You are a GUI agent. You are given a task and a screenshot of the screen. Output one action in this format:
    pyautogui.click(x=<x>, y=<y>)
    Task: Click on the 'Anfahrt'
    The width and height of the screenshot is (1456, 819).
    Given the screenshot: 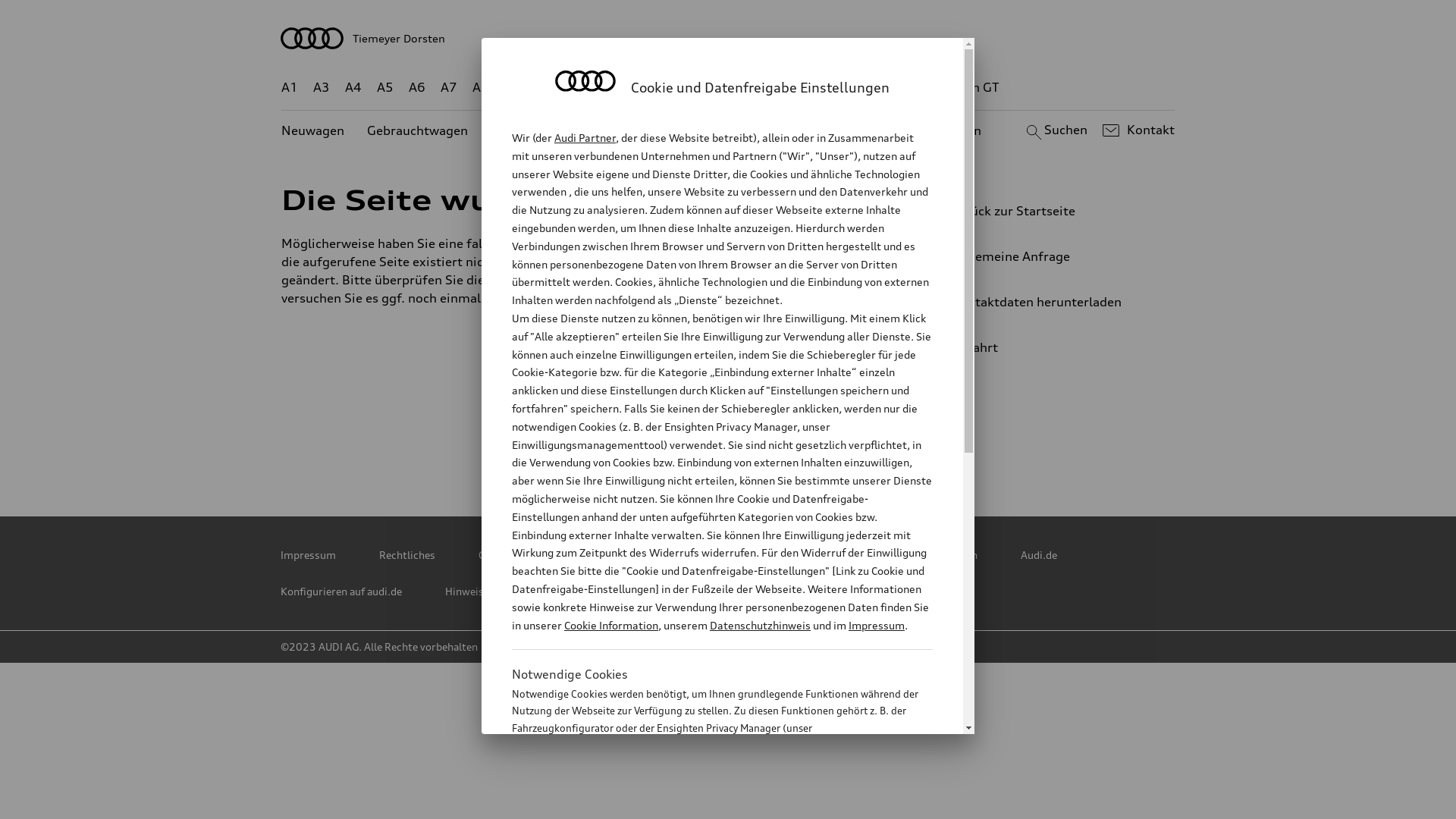 What is the action you would take?
    pyautogui.click(x=1049, y=347)
    